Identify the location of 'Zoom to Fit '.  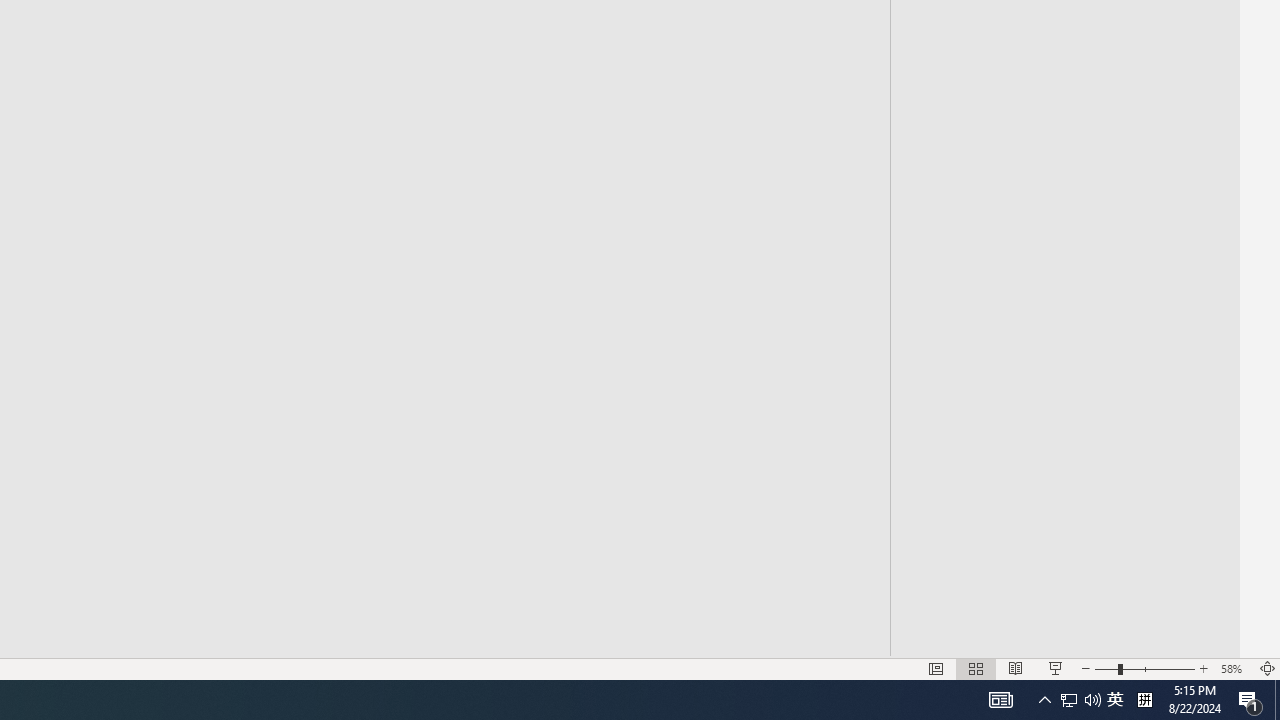
(1266, 669).